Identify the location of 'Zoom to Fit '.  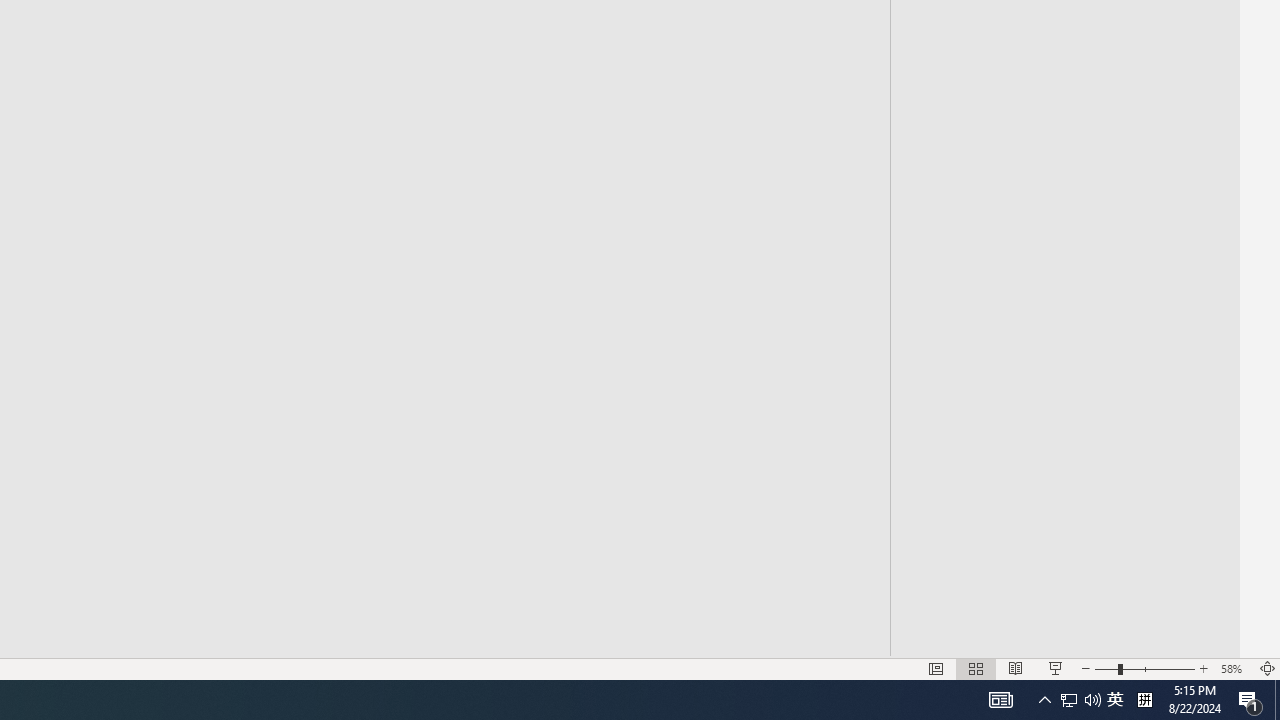
(1266, 669).